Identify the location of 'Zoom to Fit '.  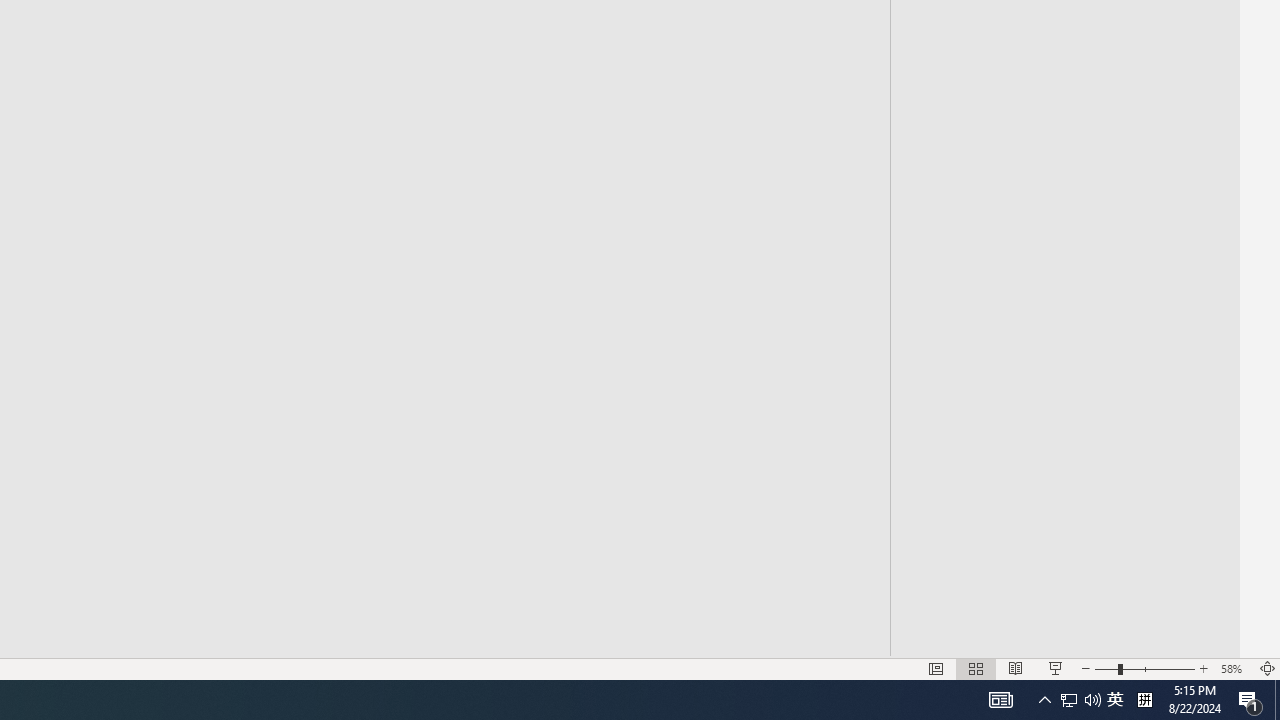
(1266, 669).